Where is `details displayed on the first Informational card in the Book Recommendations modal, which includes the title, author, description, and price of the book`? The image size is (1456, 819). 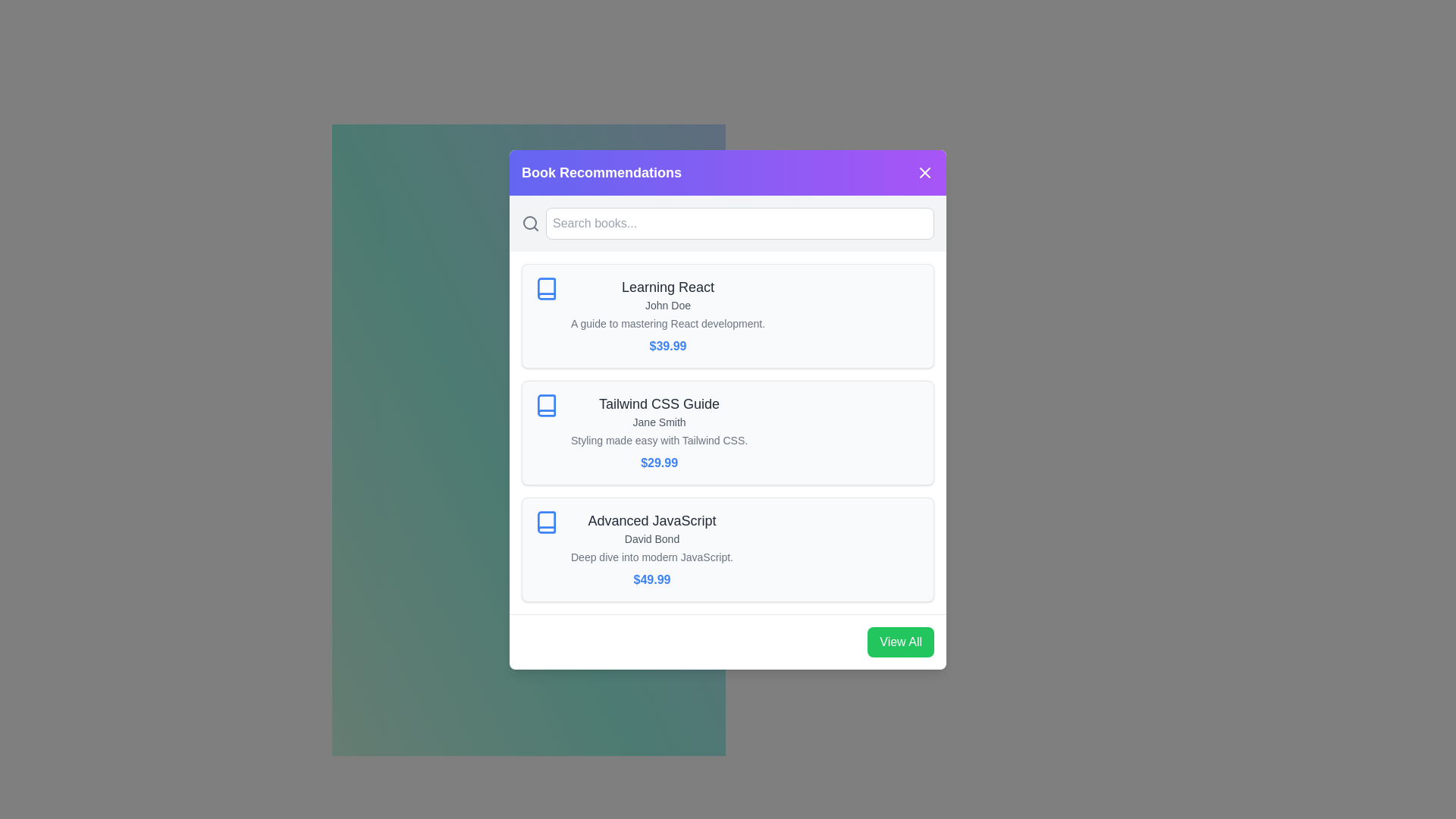
details displayed on the first Informational card in the Book Recommendations modal, which includes the title, author, description, and price of the book is located at coordinates (667, 315).